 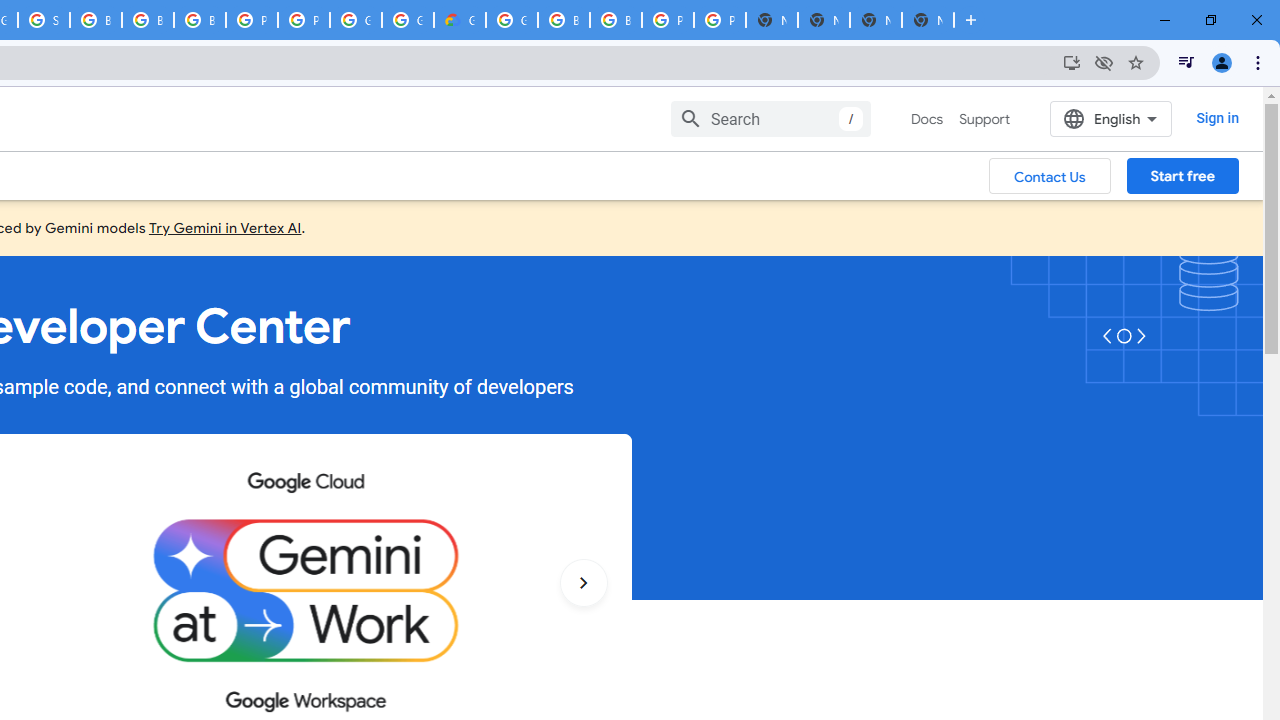 I want to click on 'Docs', so click(x=926, y=119).